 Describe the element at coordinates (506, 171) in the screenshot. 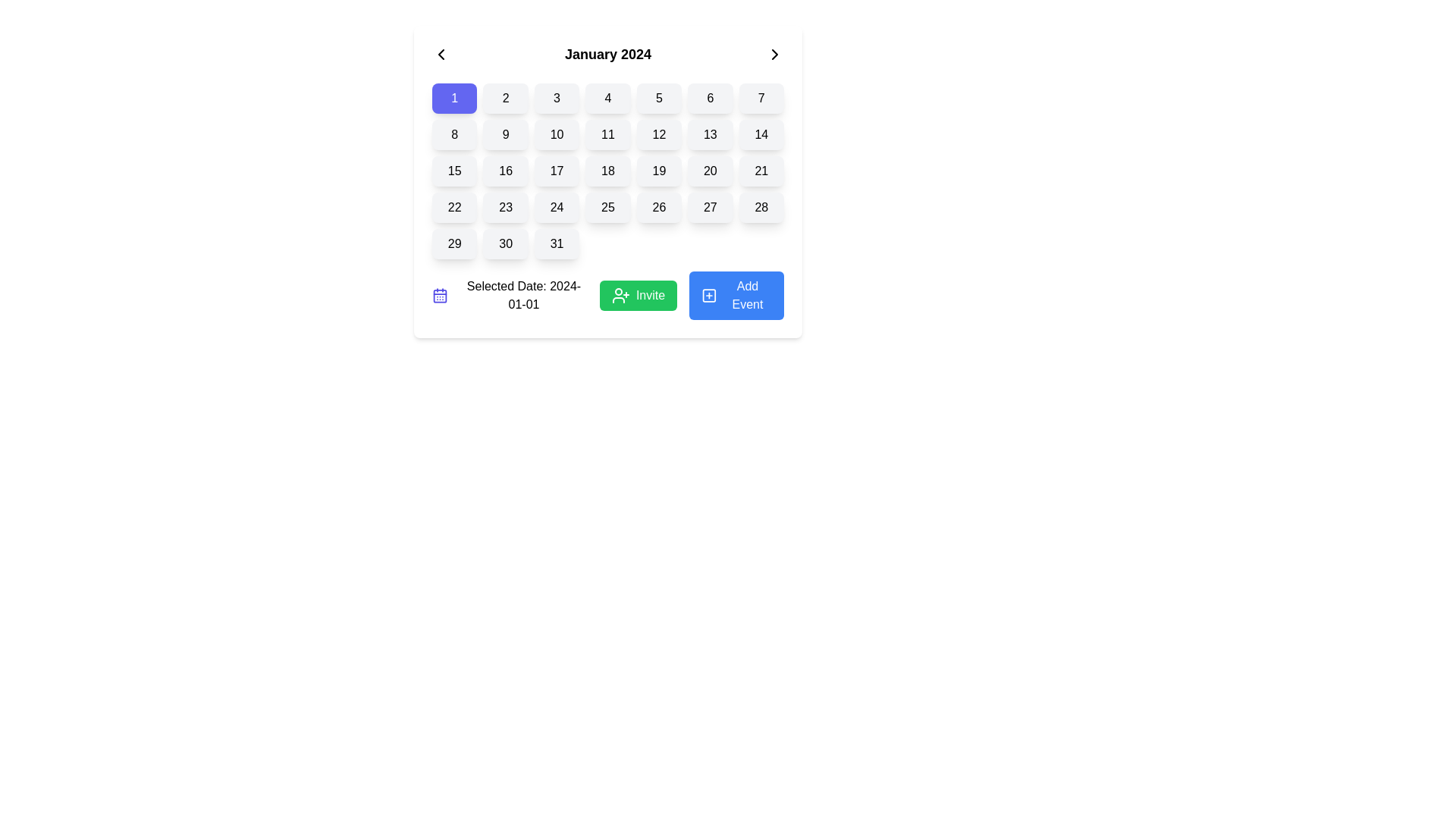

I see `the interactive button representing the number '16' in the calendar grid` at that location.